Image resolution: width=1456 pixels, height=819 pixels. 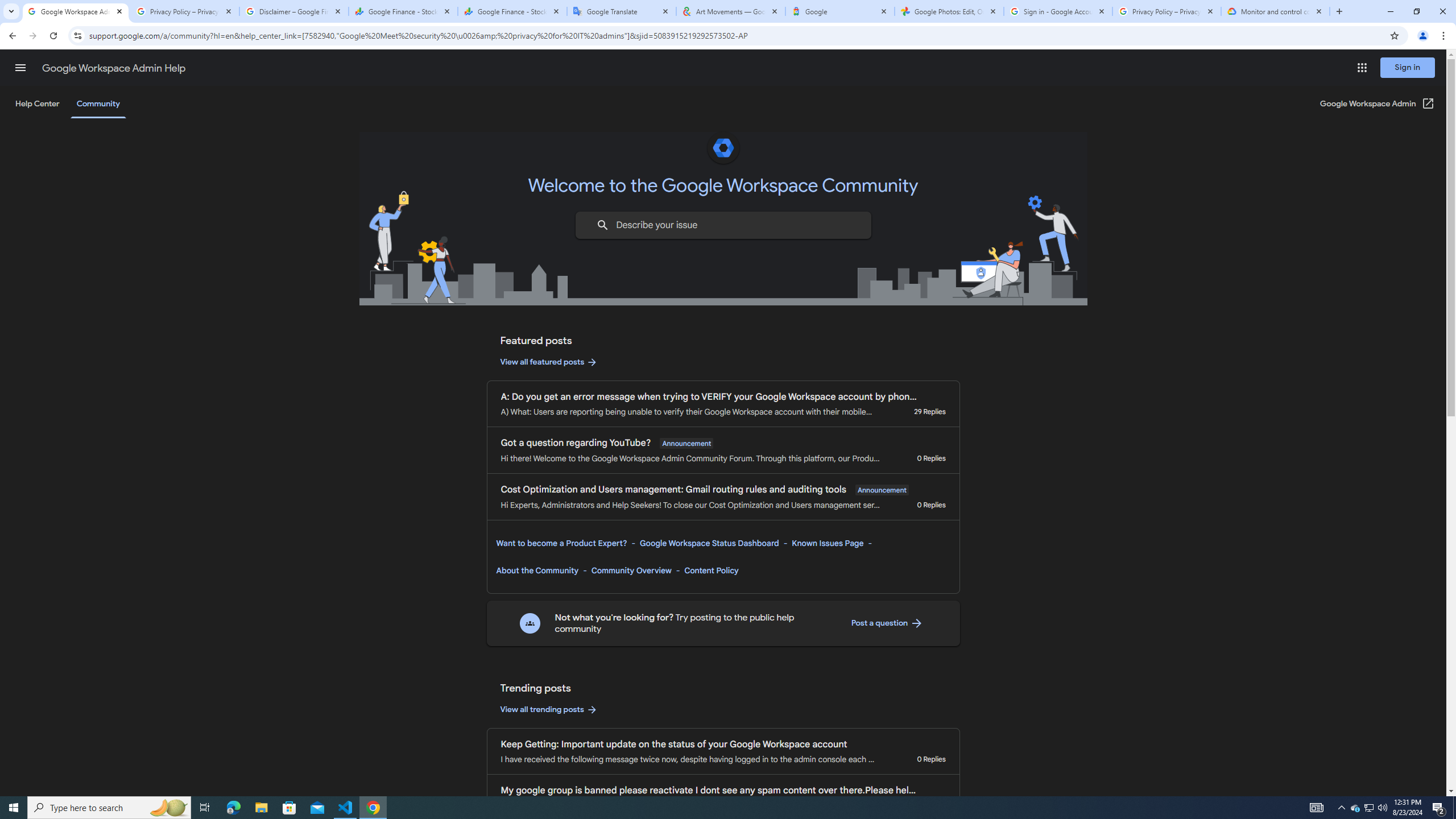 What do you see at coordinates (709, 542) in the screenshot?
I see `'Google Workspace Status Dashboard'` at bounding box center [709, 542].